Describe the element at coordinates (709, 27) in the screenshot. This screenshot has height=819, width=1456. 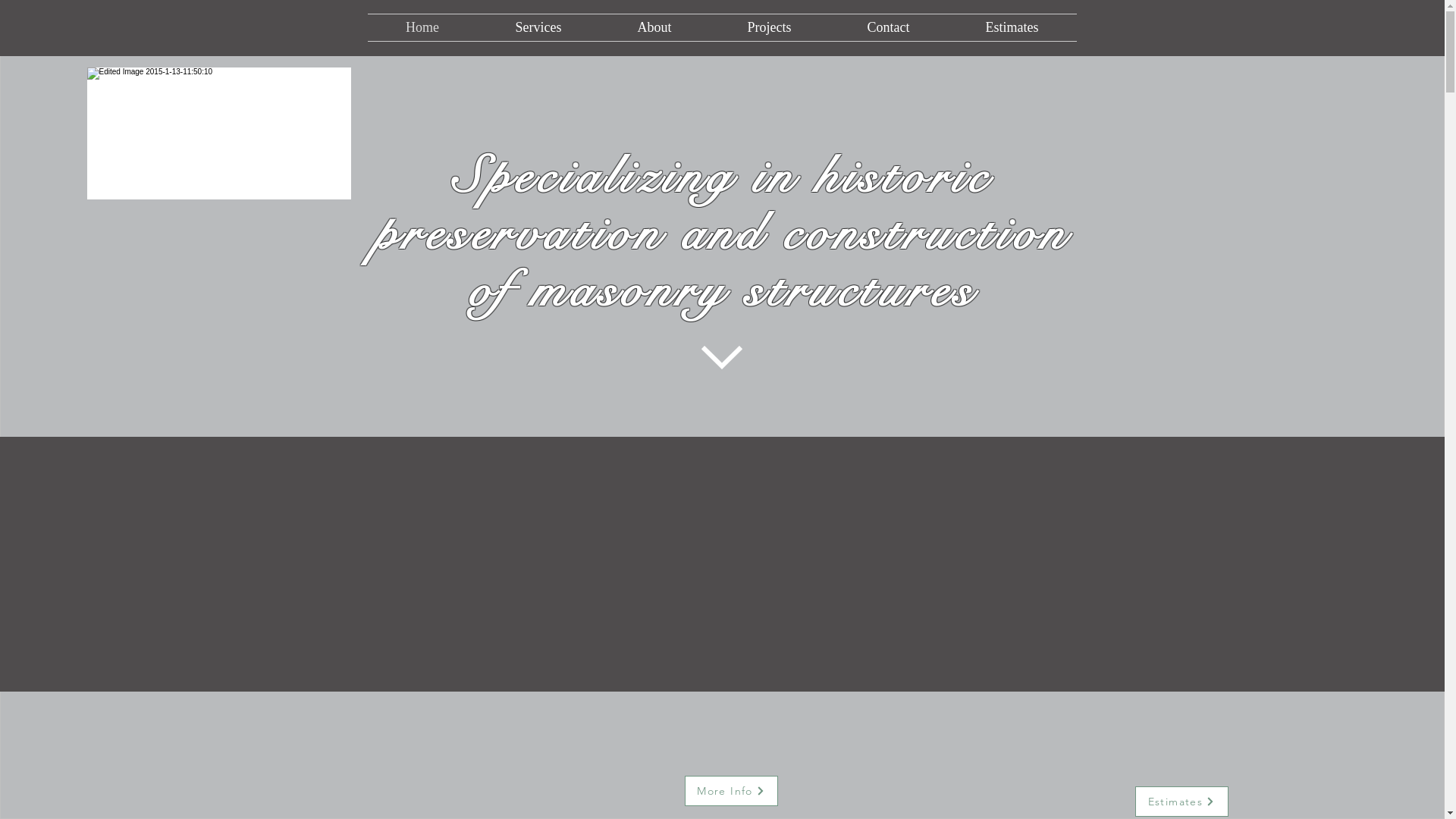
I see `'Projects'` at that location.